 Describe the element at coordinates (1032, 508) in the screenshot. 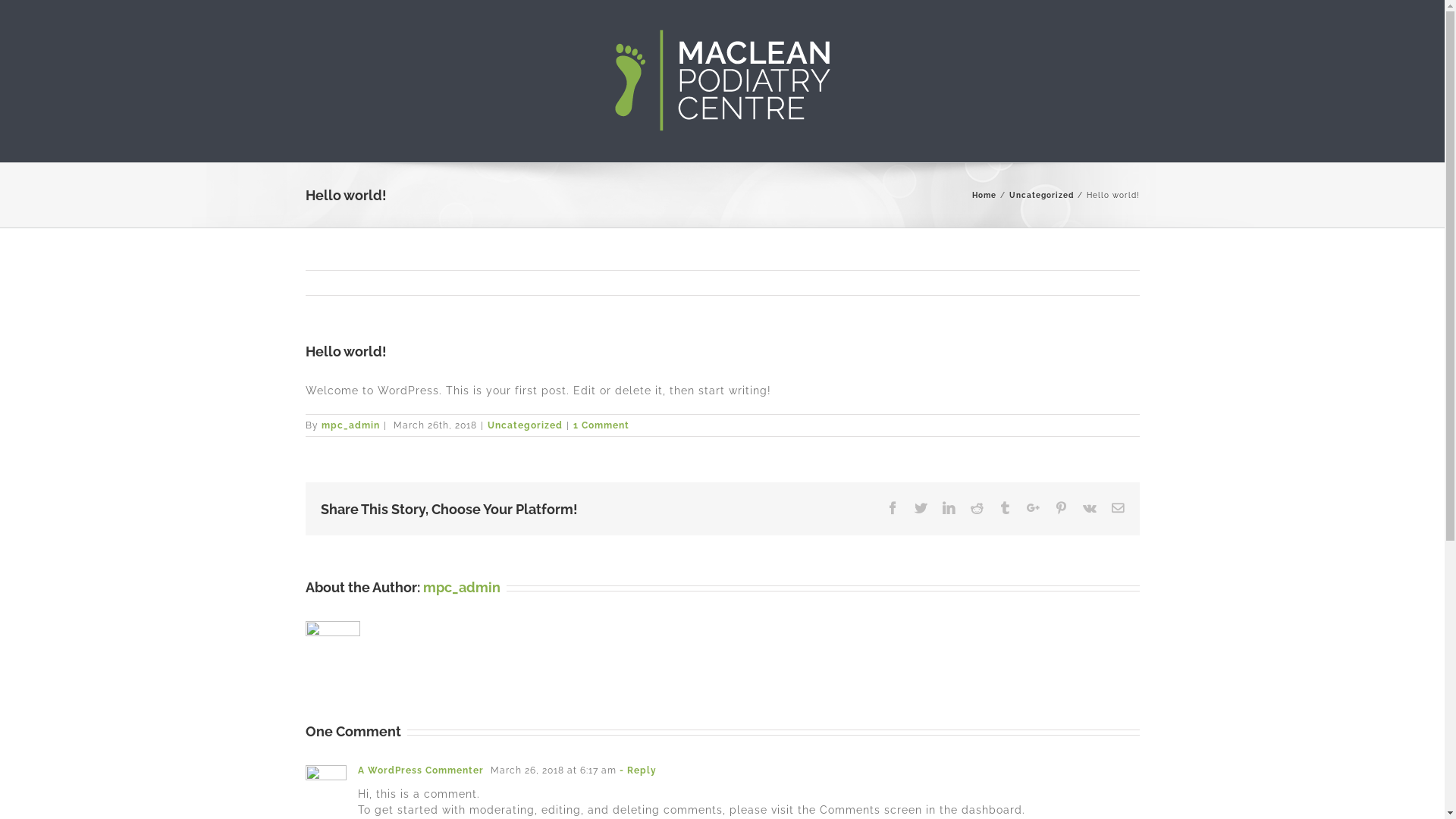

I see `'Google+'` at that location.